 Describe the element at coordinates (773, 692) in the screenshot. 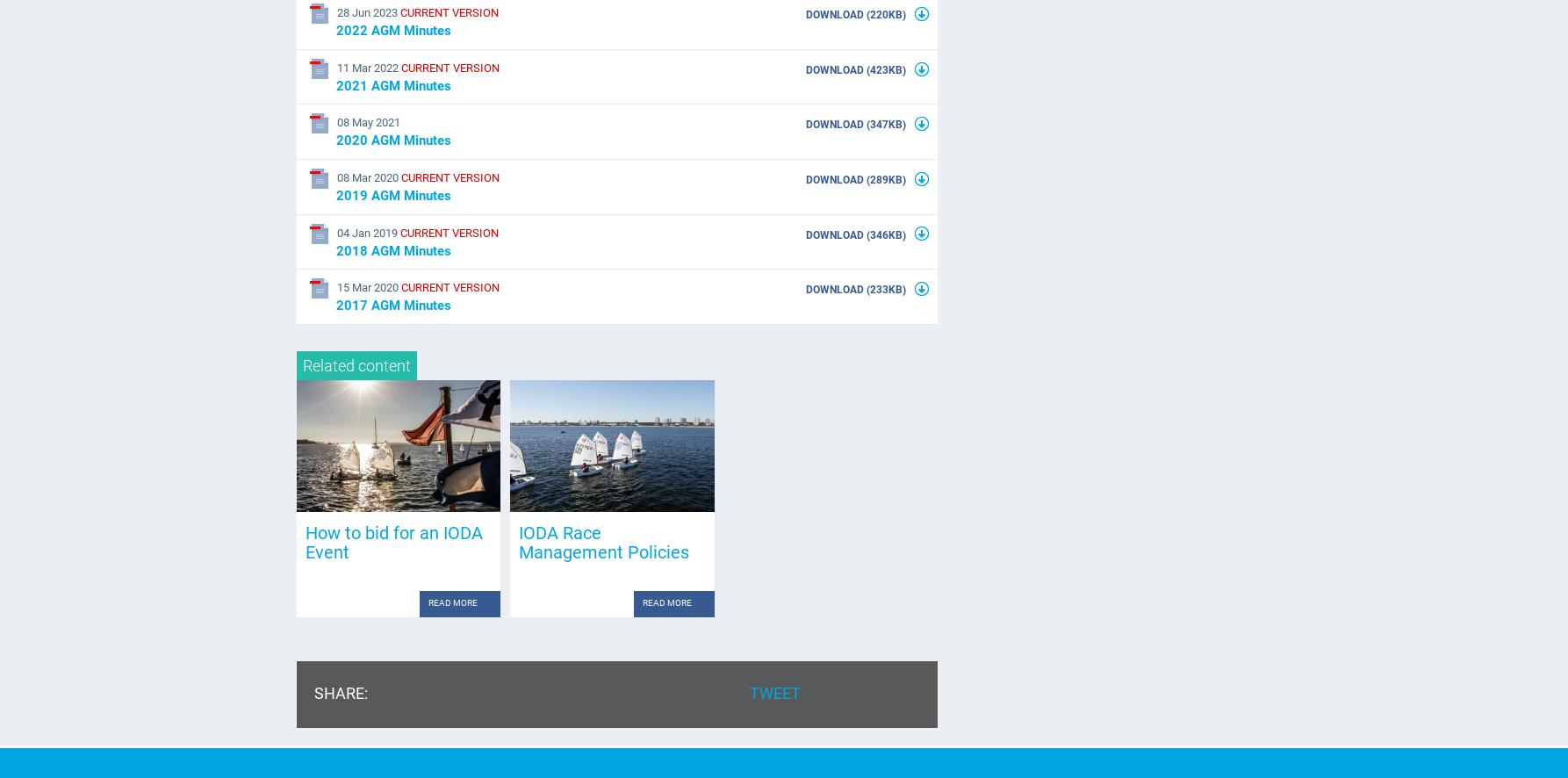

I see `'Tweet'` at that location.